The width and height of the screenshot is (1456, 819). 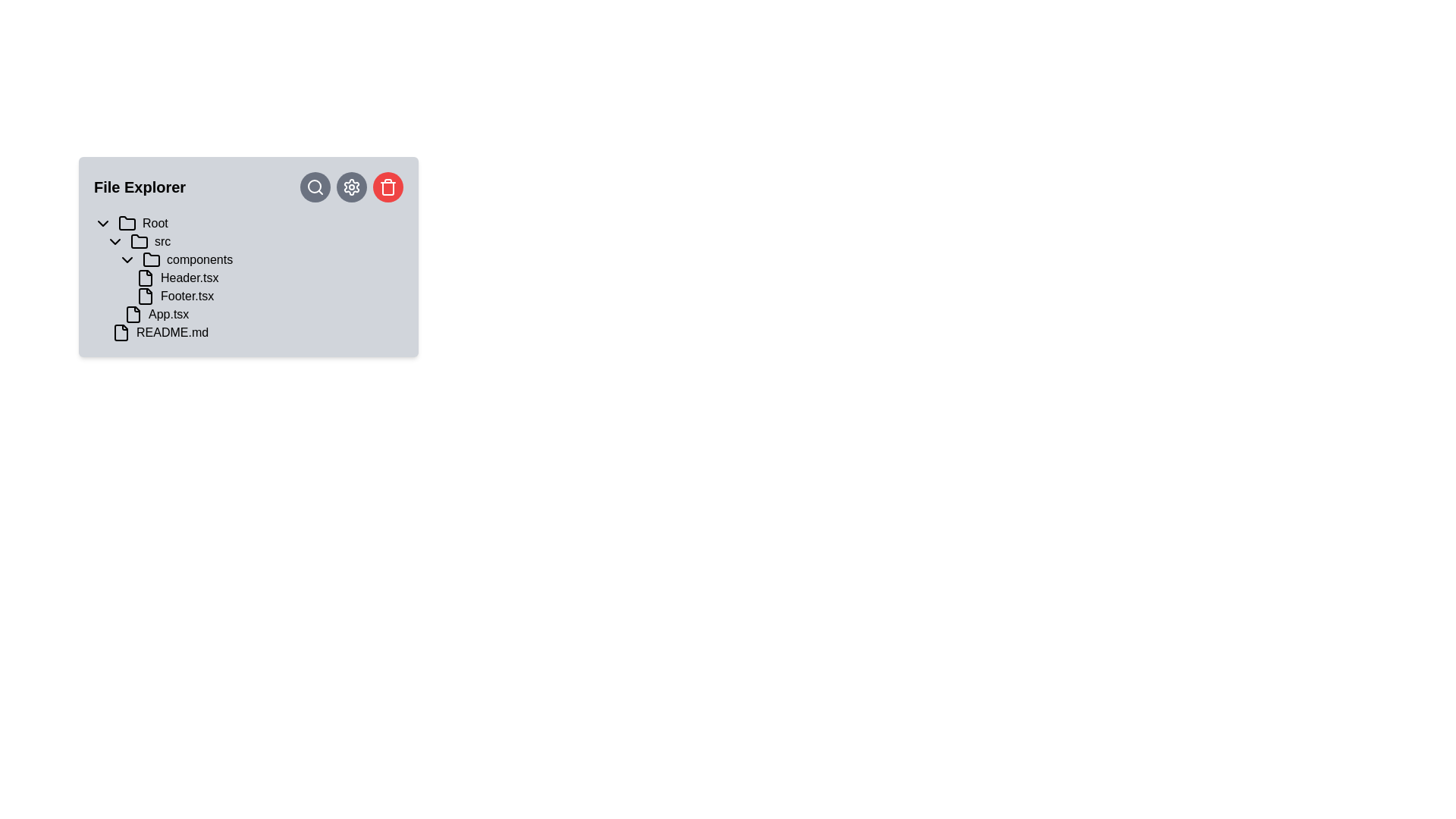 What do you see at coordinates (261, 259) in the screenshot?
I see `the 'components' folder item in the file explorer` at bounding box center [261, 259].